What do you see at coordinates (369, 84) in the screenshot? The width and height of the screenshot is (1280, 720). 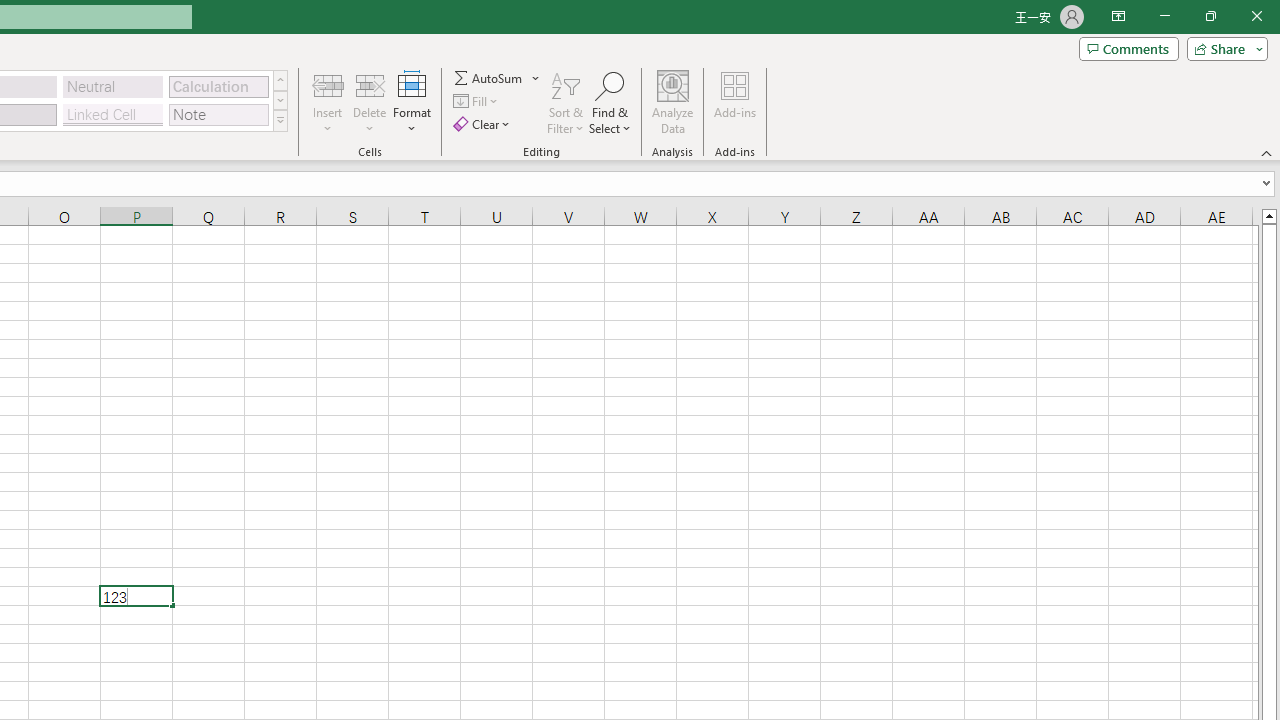 I see `'Delete Cells...'` at bounding box center [369, 84].